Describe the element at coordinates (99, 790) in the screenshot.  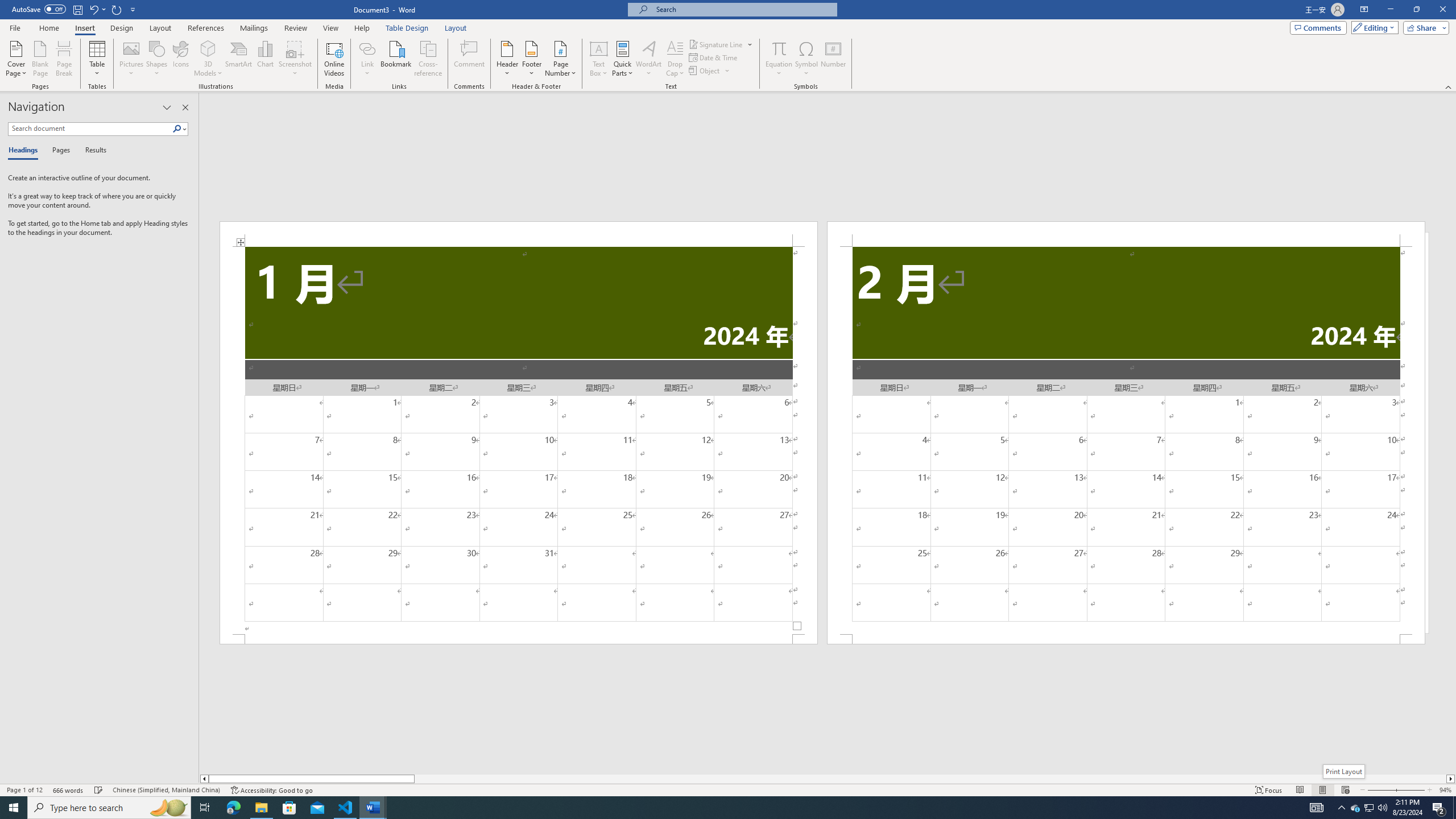
I see `'Spelling and Grammar Check Checking'` at that location.